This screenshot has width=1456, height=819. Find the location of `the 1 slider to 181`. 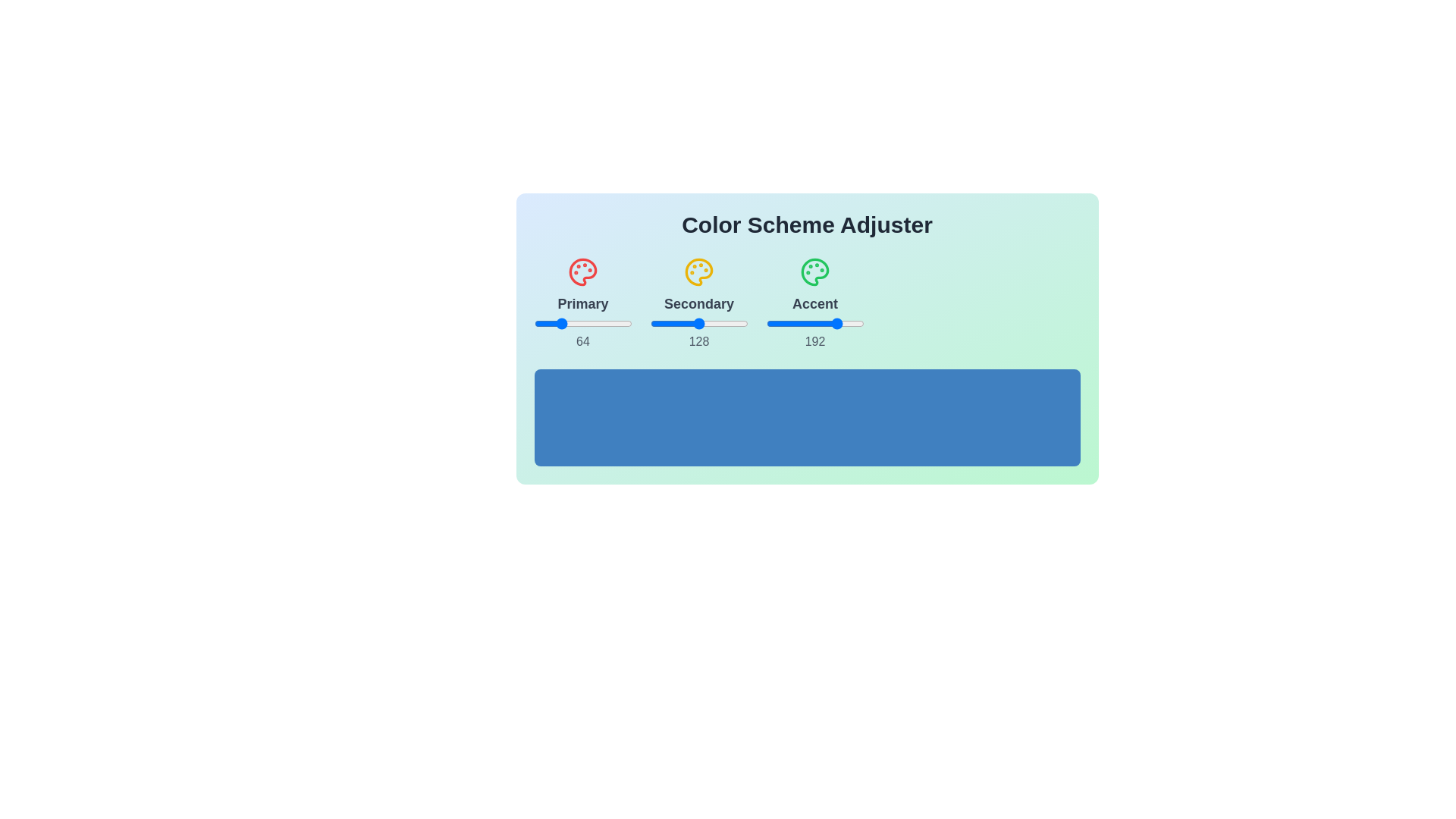

the 1 slider to 181 is located at coordinates (603, 323).